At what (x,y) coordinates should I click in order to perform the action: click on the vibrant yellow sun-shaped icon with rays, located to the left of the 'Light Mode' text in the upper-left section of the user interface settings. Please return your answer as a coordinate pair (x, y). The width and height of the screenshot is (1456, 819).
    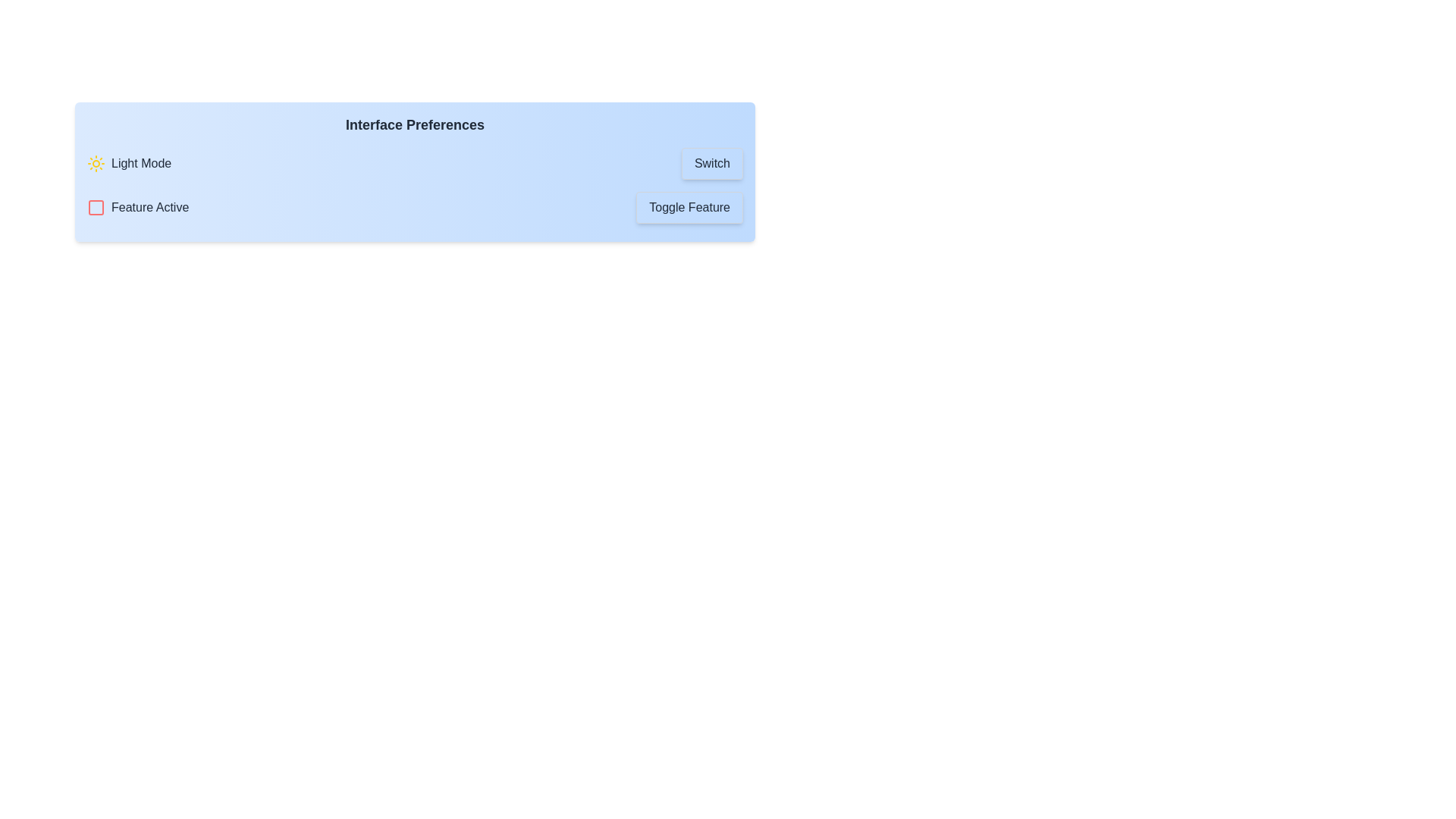
    Looking at the image, I should click on (95, 164).